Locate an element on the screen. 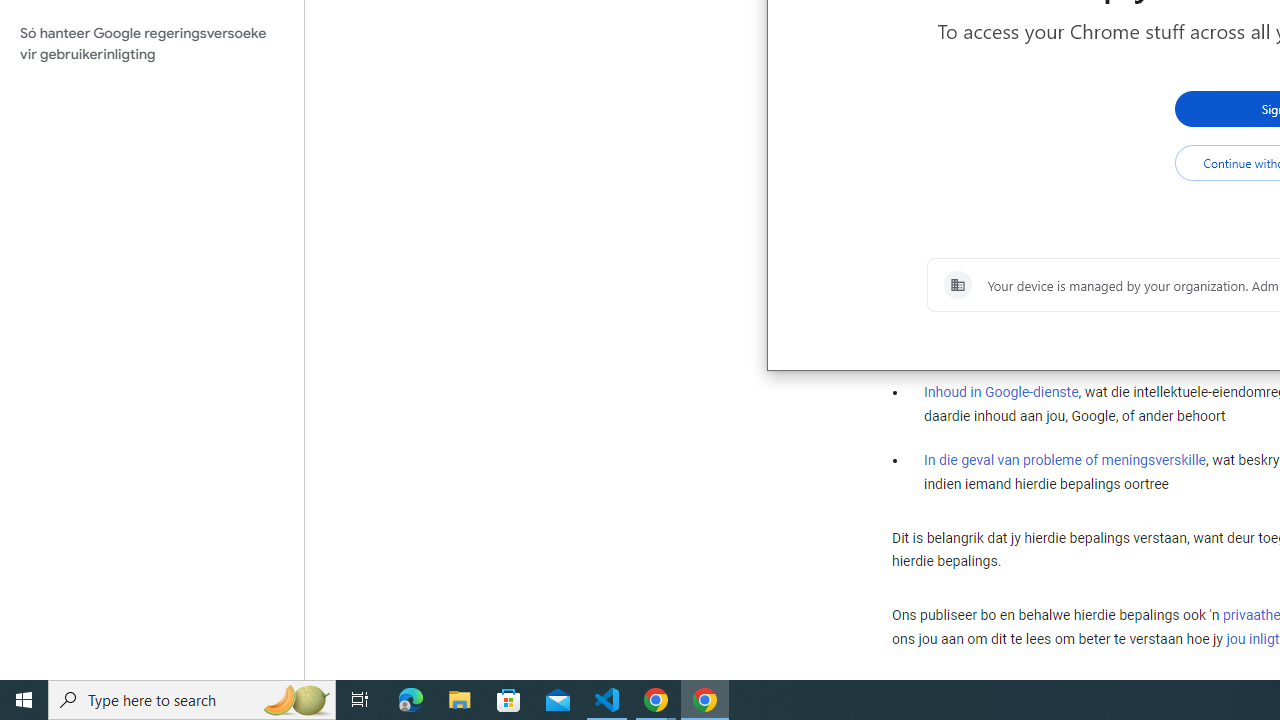 Image resolution: width=1280 pixels, height=720 pixels. 'Search highlights icon opens search home window' is located at coordinates (294, 698).